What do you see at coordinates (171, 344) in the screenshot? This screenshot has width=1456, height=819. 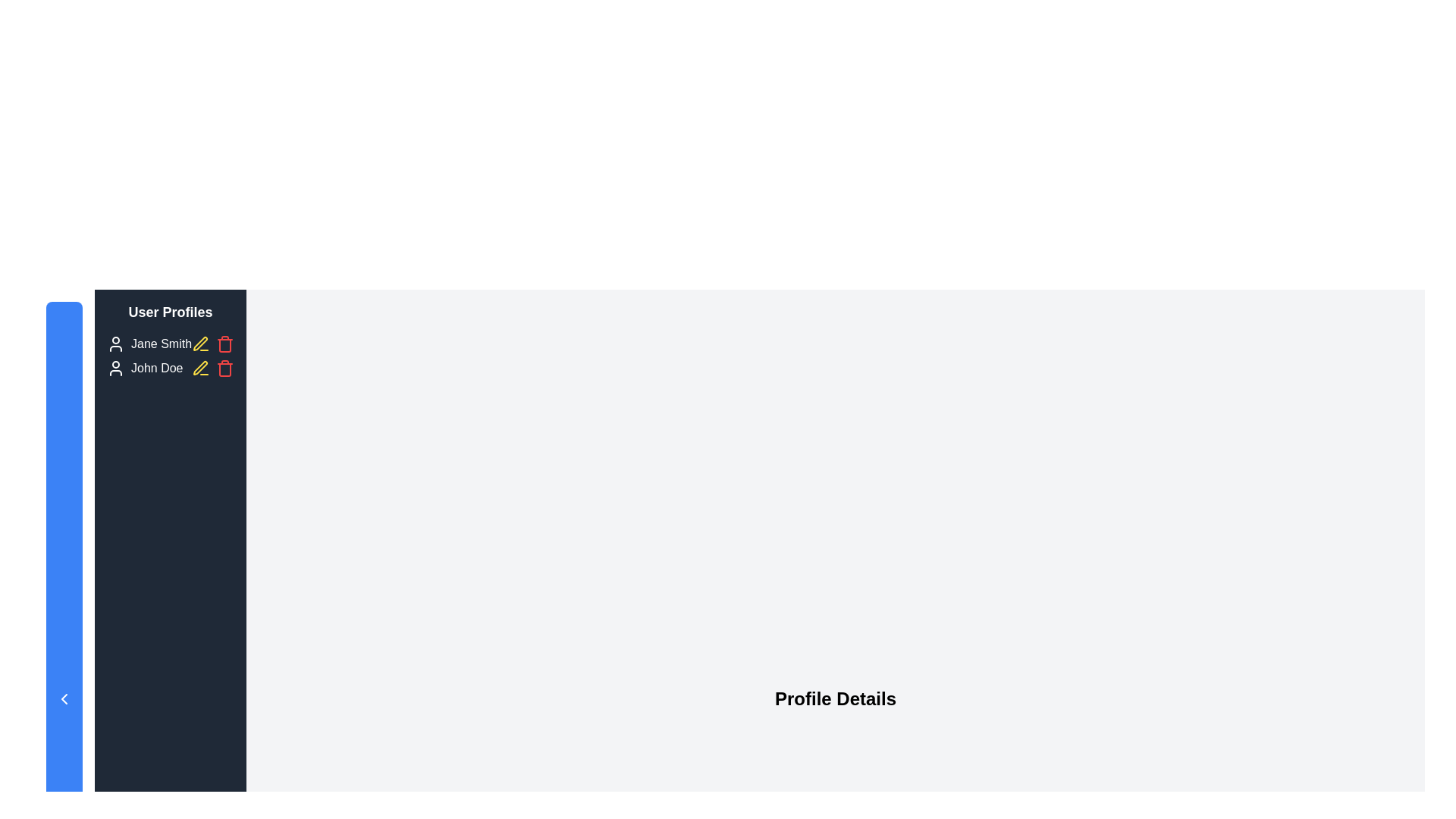 I see `the user profile name label located in the first row of the user profile list on the left sidebar` at bounding box center [171, 344].